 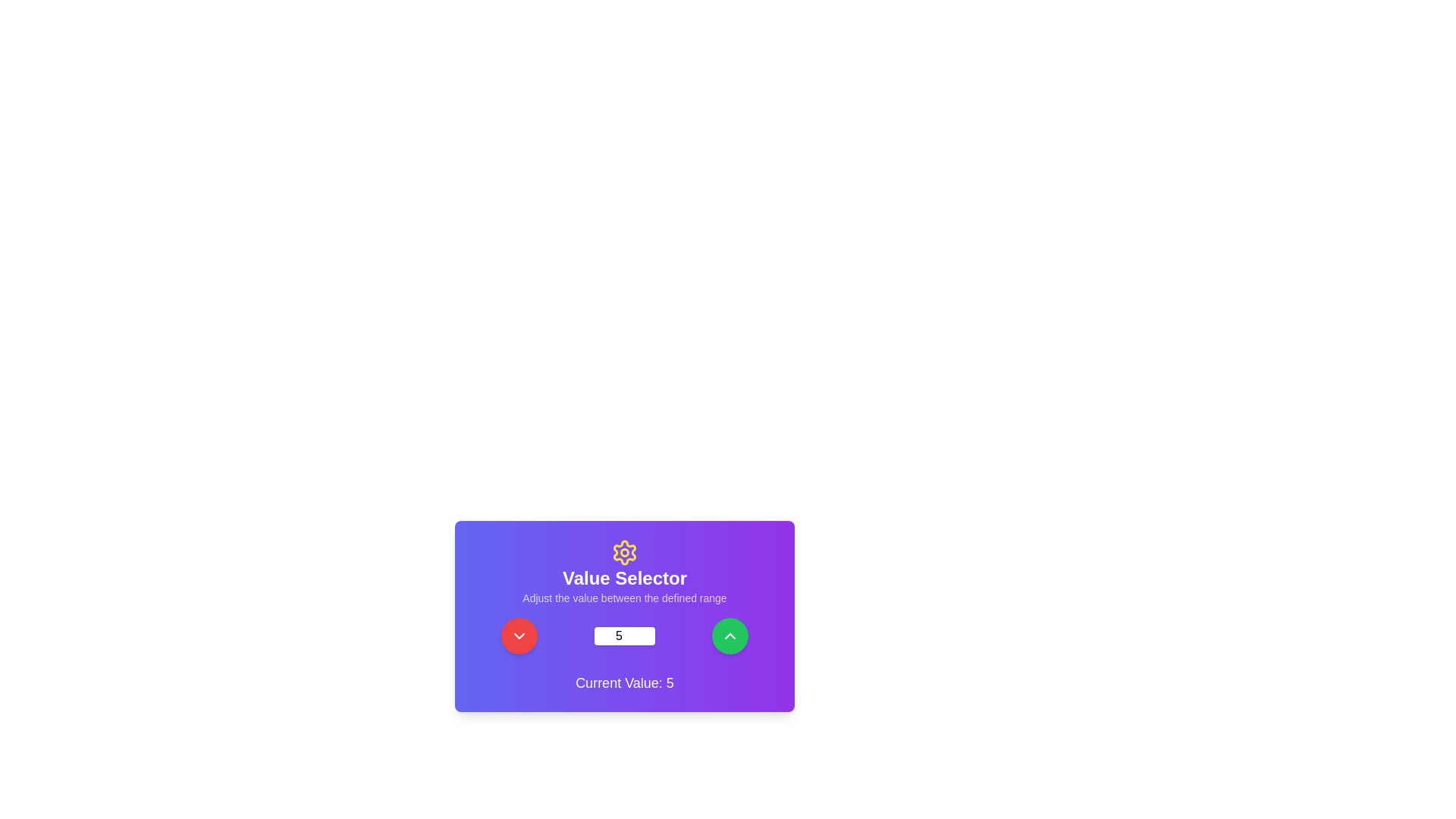 What do you see at coordinates (625, 636) in the screenshot?
I see `the number input box located in the unified control bar near the bottom part of the card` at bounding box center [625, 636].